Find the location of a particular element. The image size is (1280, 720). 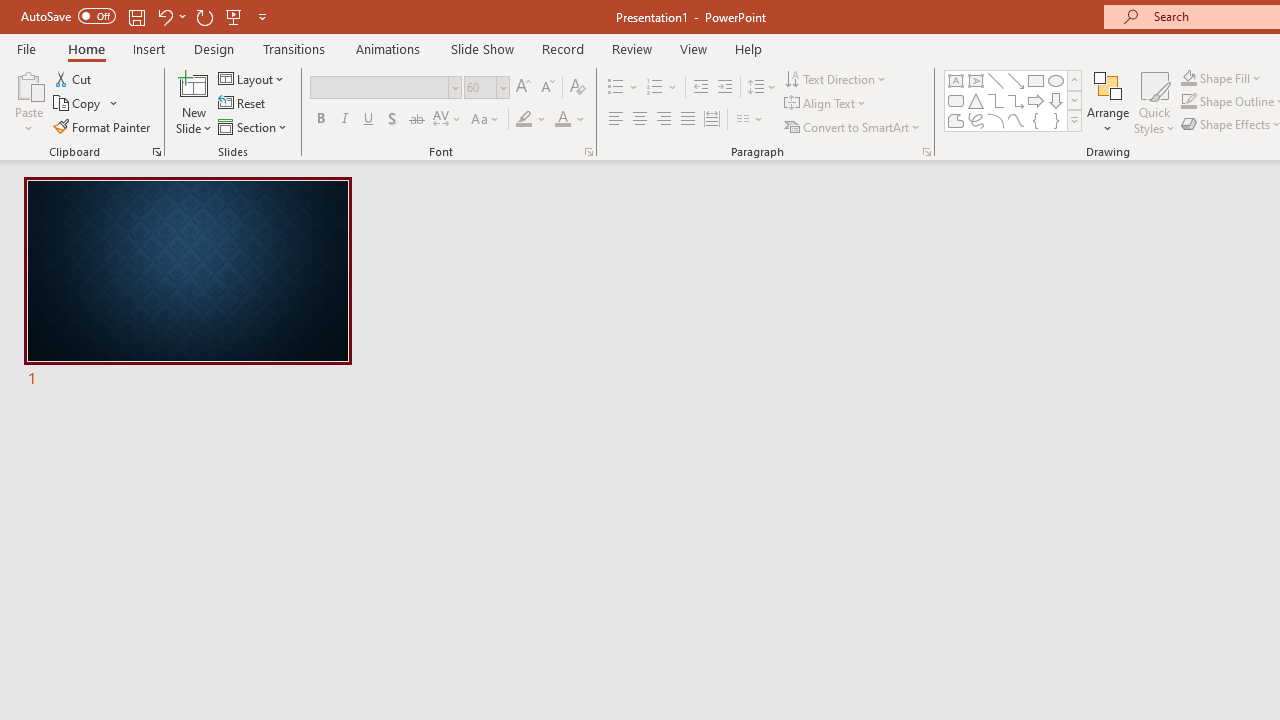

'Arrange' is located at coordinates (1107, 103).